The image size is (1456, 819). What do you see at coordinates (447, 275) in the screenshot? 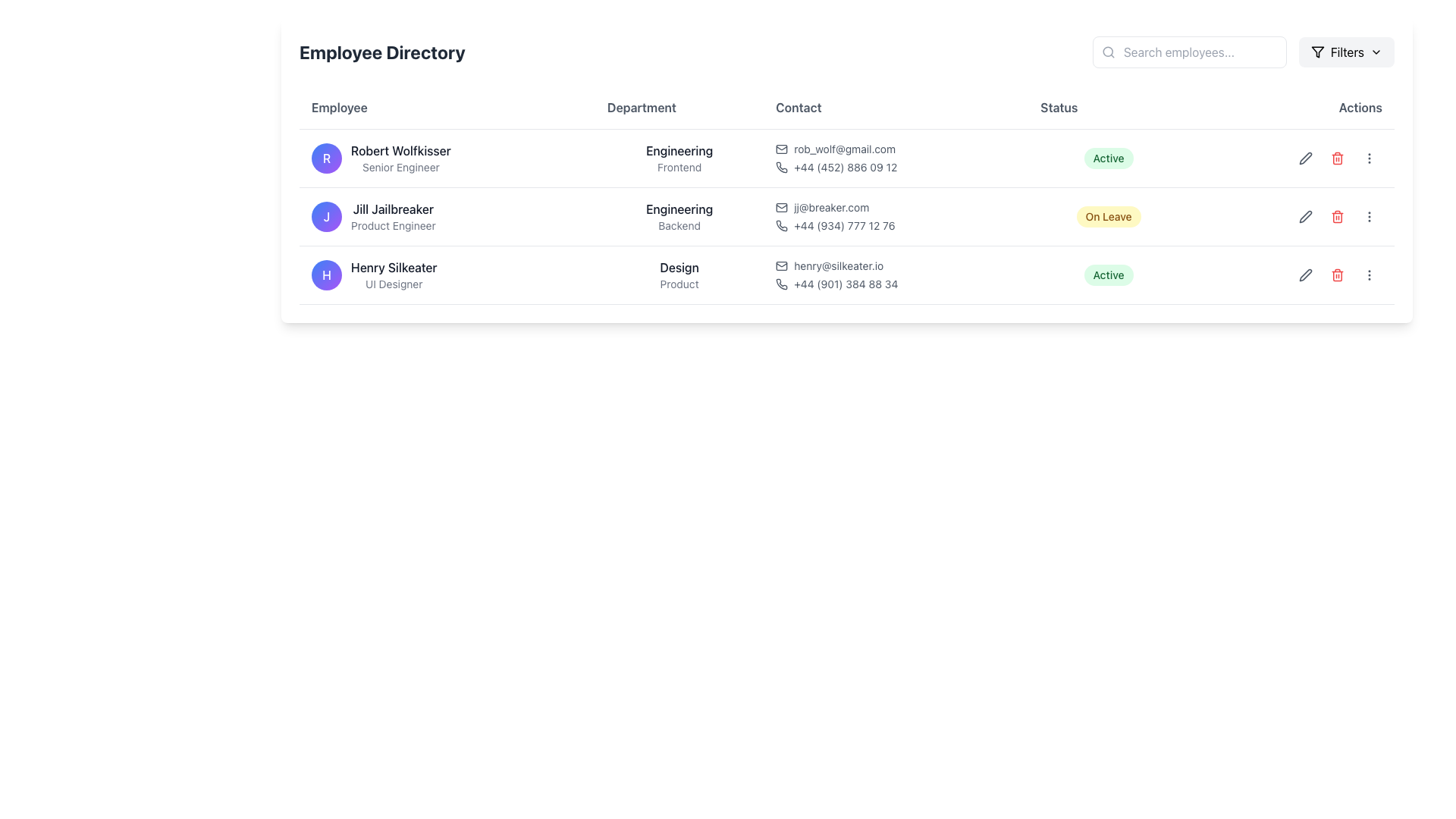
I see `the Profile display section for employee 'Henry Silkeater', which includes a circular avatar with the initial 'H' and the name displayed in bold black font` at bounding box center [447, 275].